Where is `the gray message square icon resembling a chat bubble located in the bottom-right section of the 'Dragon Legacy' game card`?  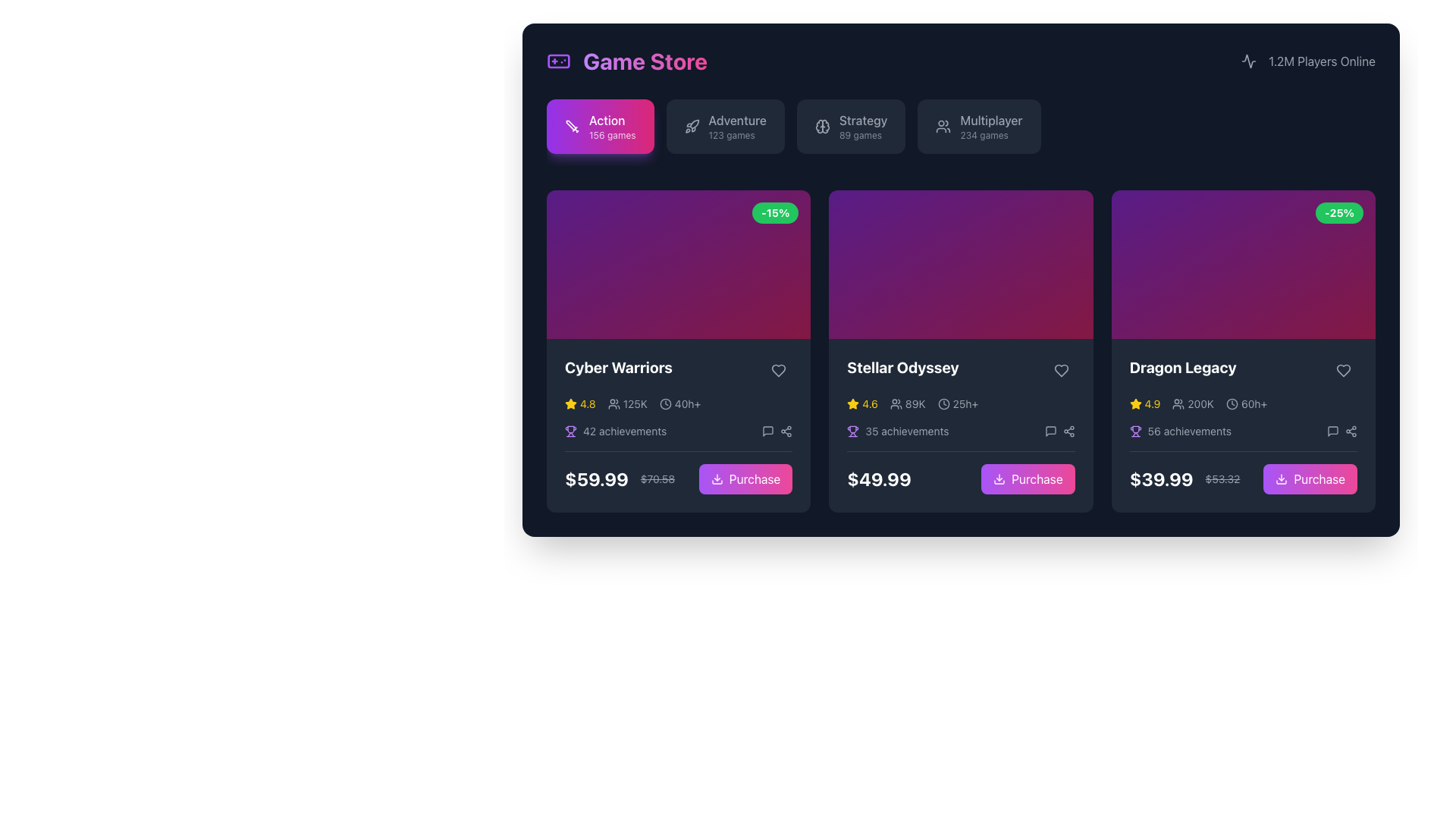
the gray message square icon resembling a chat bubble located in the bottom-right section of the 'Dragon Legacy' game card is located at coordinates (1332, 430).